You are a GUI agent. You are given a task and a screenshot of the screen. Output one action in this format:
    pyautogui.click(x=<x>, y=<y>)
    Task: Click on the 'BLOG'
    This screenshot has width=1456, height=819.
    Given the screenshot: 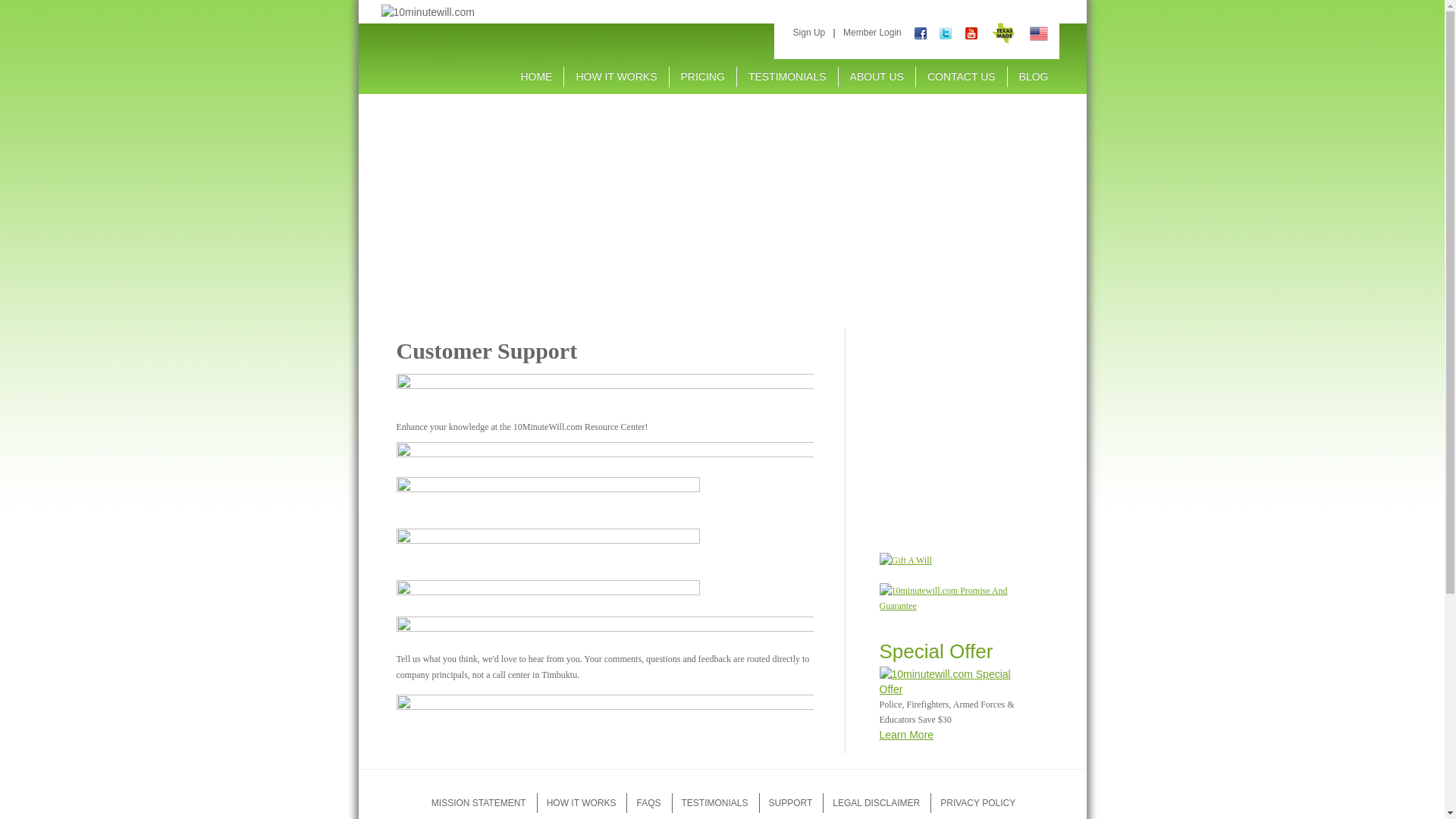 What is the action you would take?
    pyautogui.click(x=1033, y=76)
    